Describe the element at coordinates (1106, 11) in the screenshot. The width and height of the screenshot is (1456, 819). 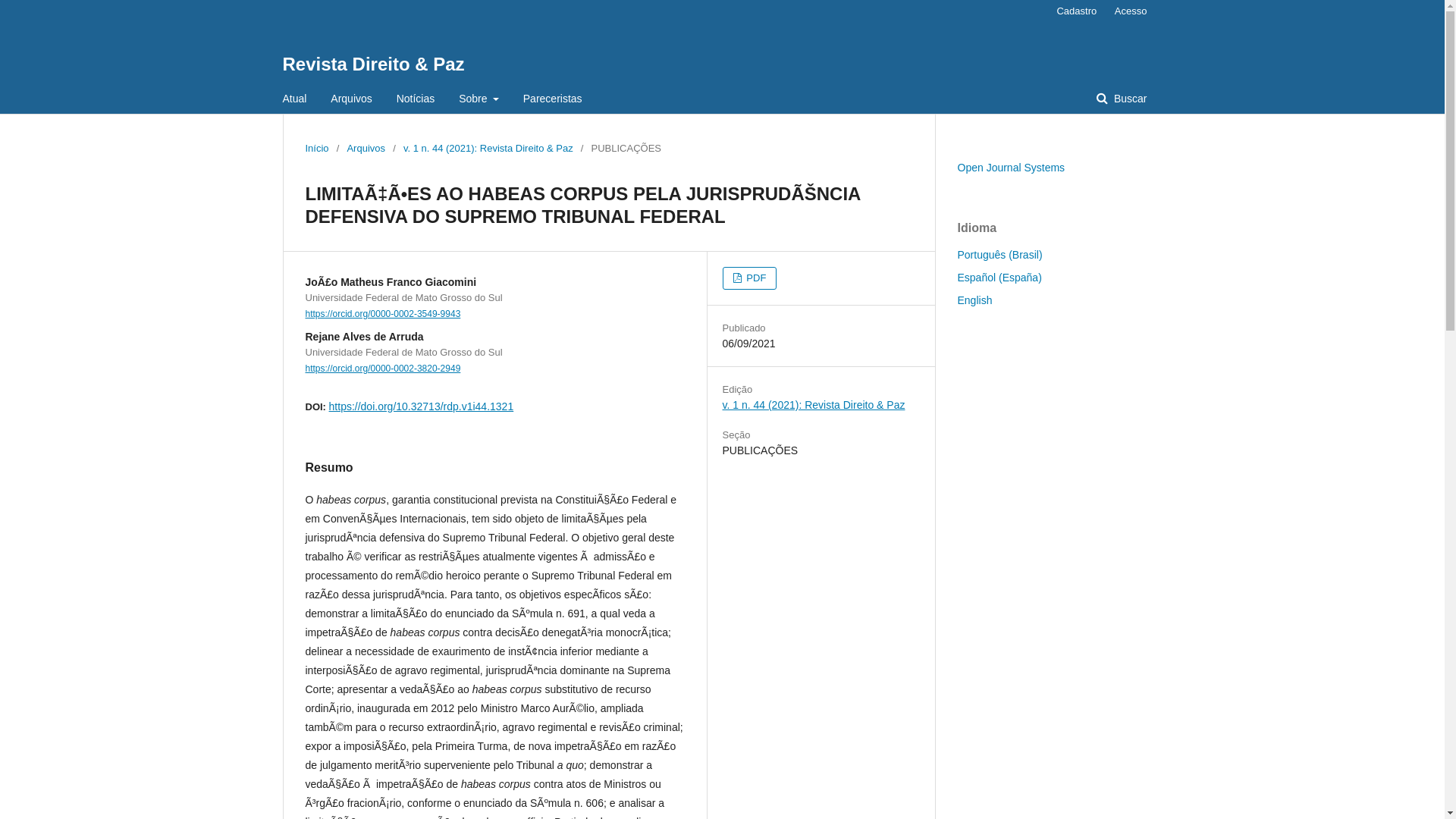
I see `'Acesso'` at that location.